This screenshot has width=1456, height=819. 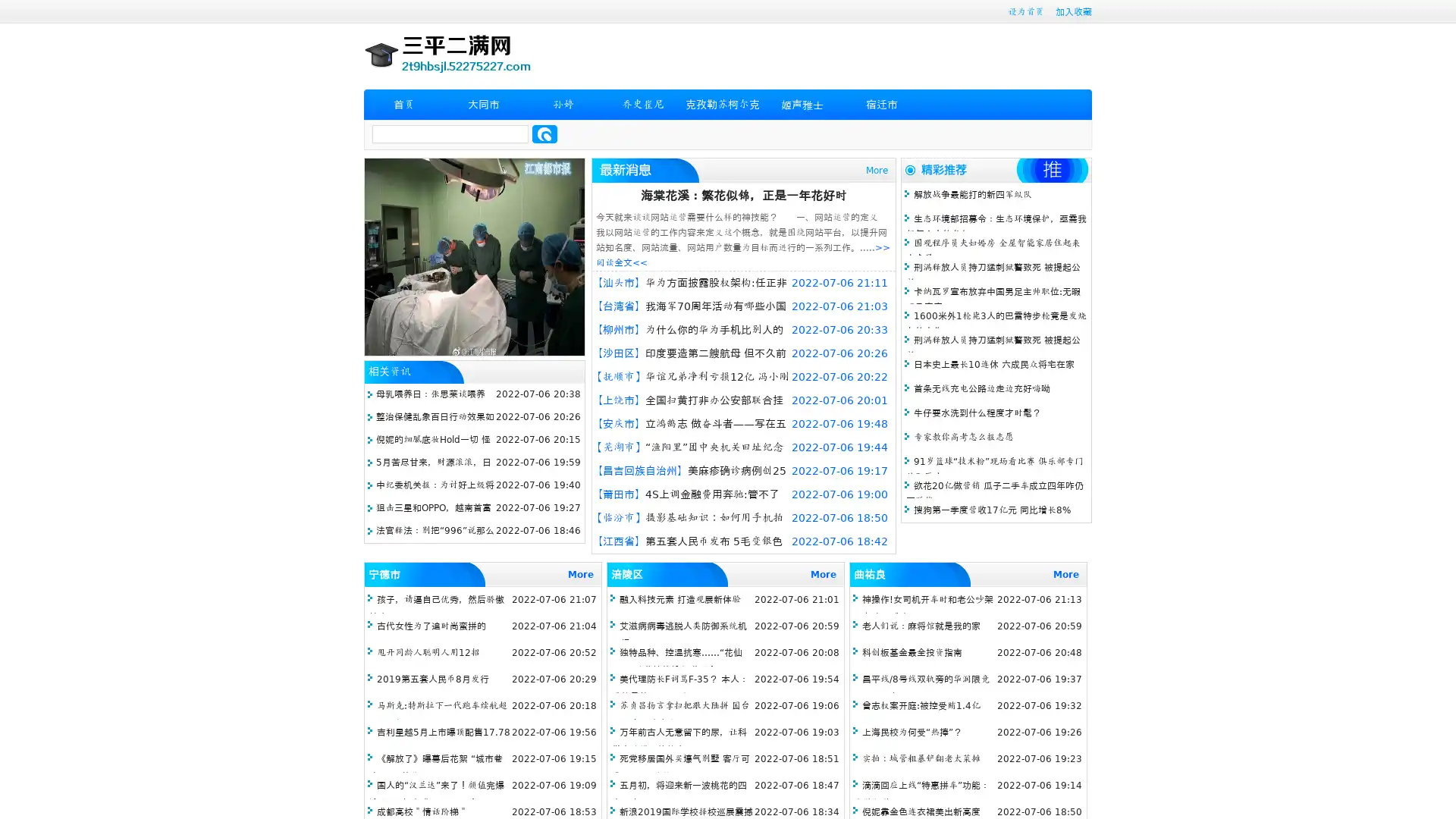 What do you see at coordinates (544, 133) in the screenshot?
I see `Search` at bounding box center [544, 133].